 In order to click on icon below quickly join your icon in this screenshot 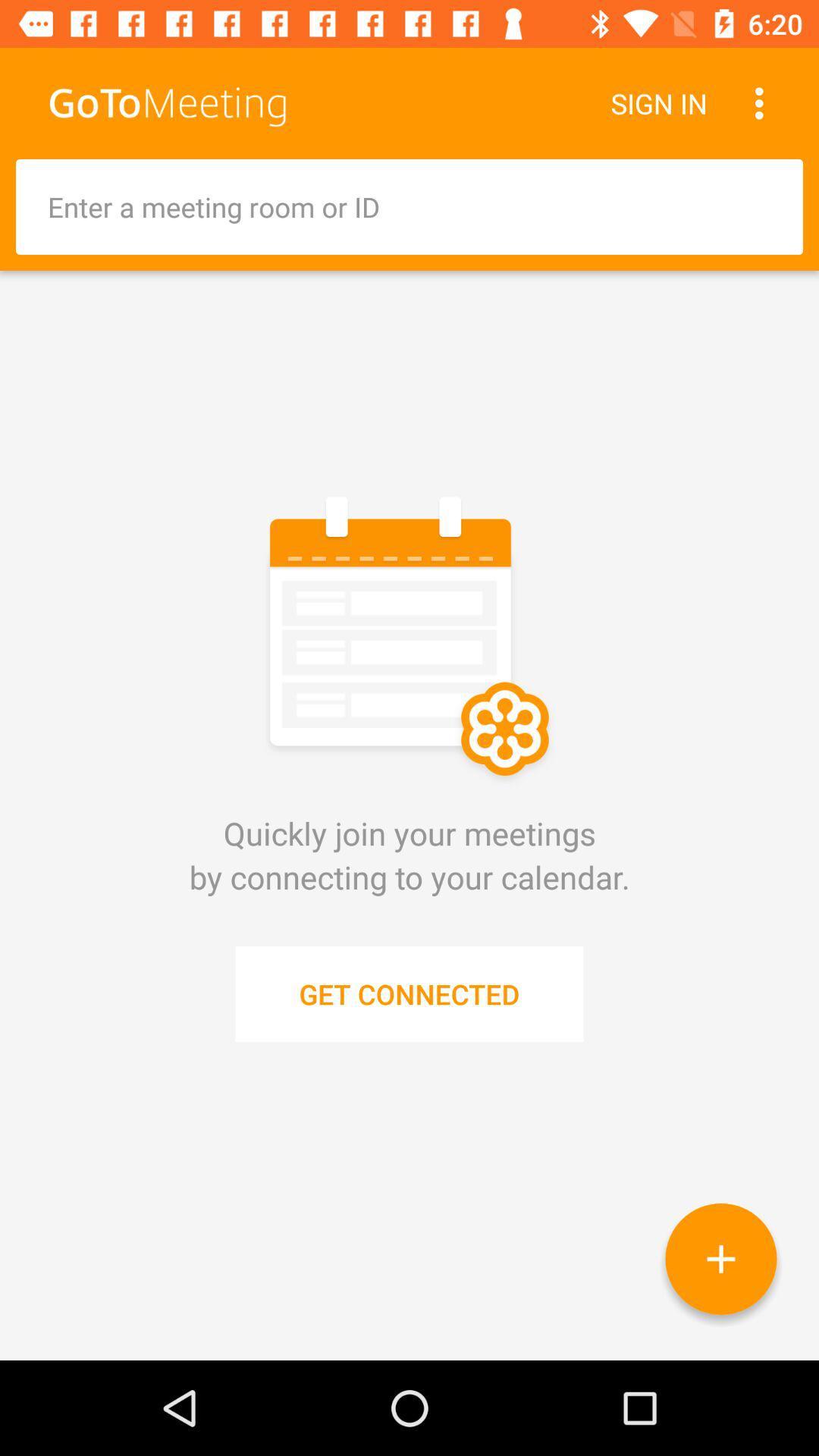, I will do `click(409, 993)`.